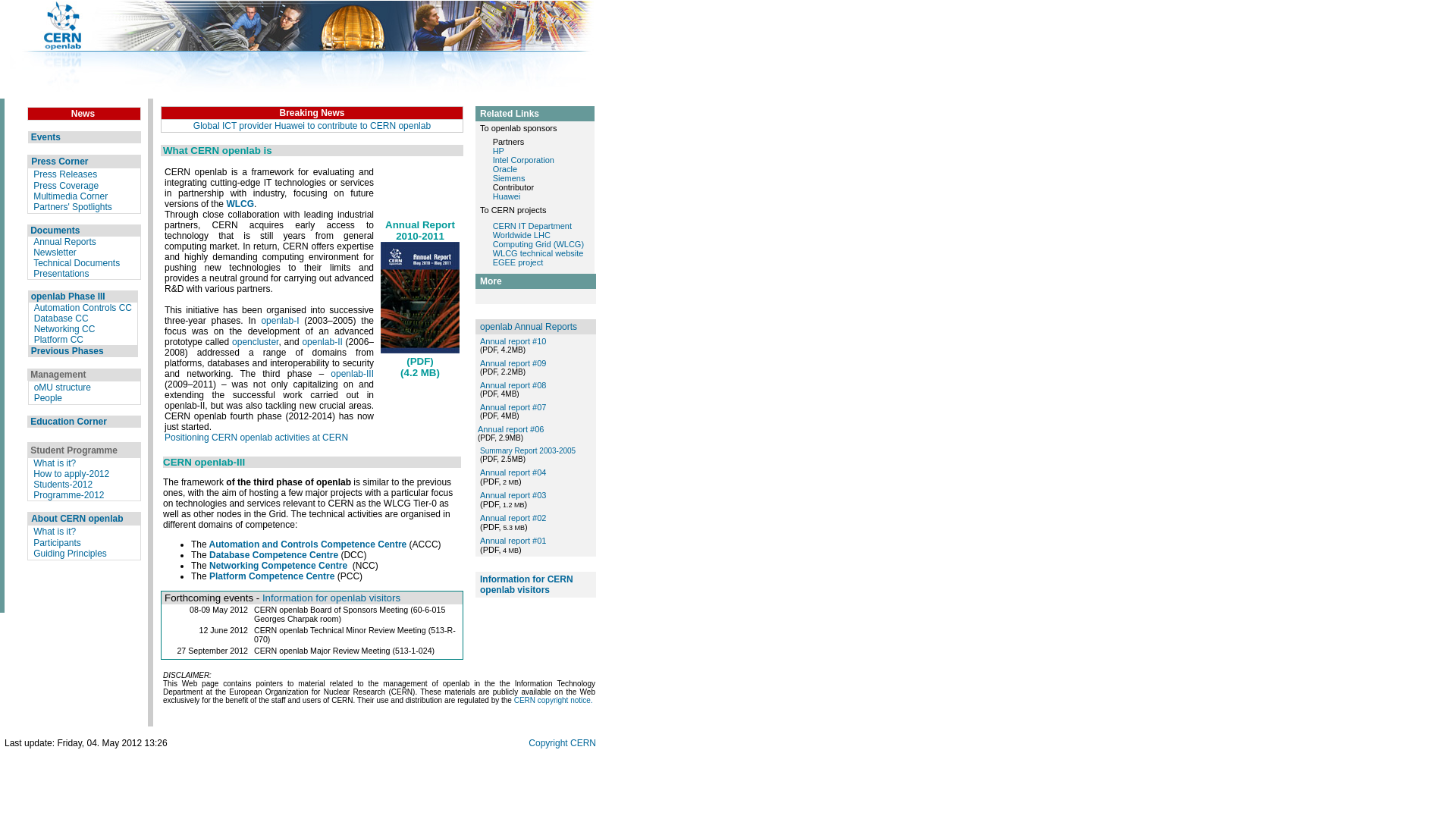 This screenshot has width=1456, height=819. What do you see at coordinates (33, 485) in the screenshot?
I see `'Students-2012'` at bounding box center [33, 485].